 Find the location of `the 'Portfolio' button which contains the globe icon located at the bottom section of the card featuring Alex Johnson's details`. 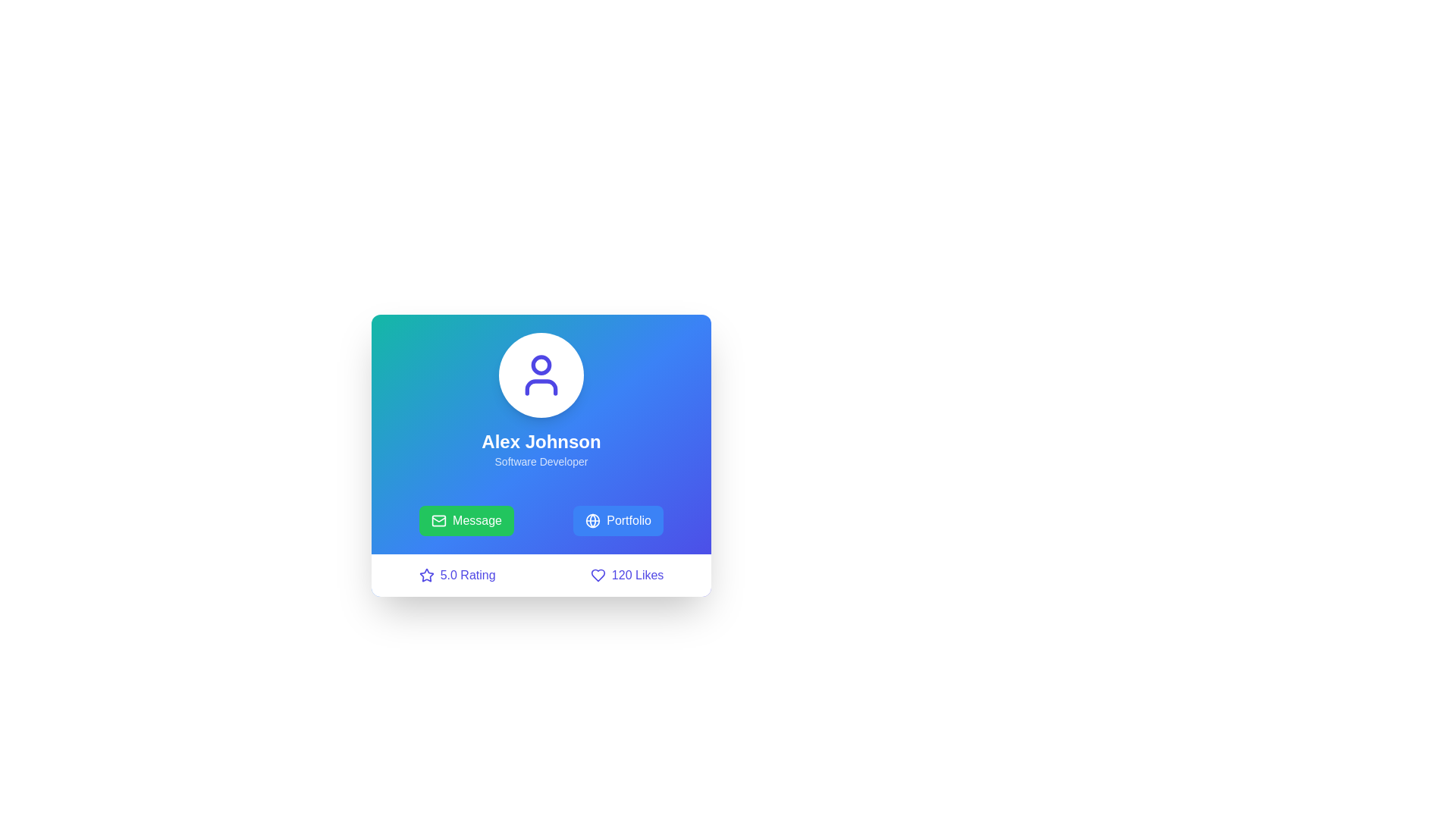

the 'Portfolio' button which contains the globe icon located at the bottom section of the card featuring Alex Johnson's details is located at coordinates (592, 519).